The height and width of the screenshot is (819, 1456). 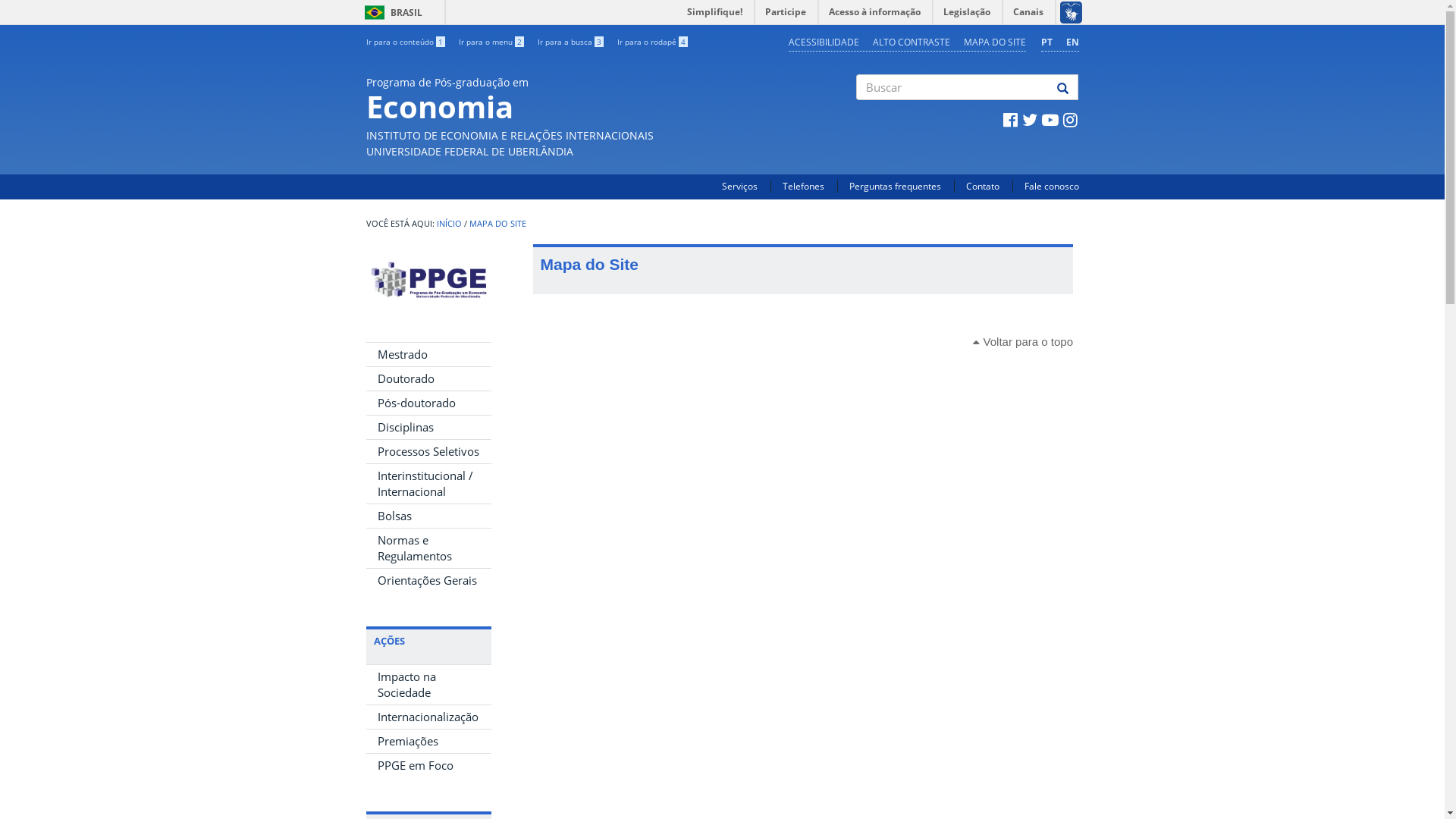 I want to click on 'Ir para o menu 2', so click(x=491, y=40).